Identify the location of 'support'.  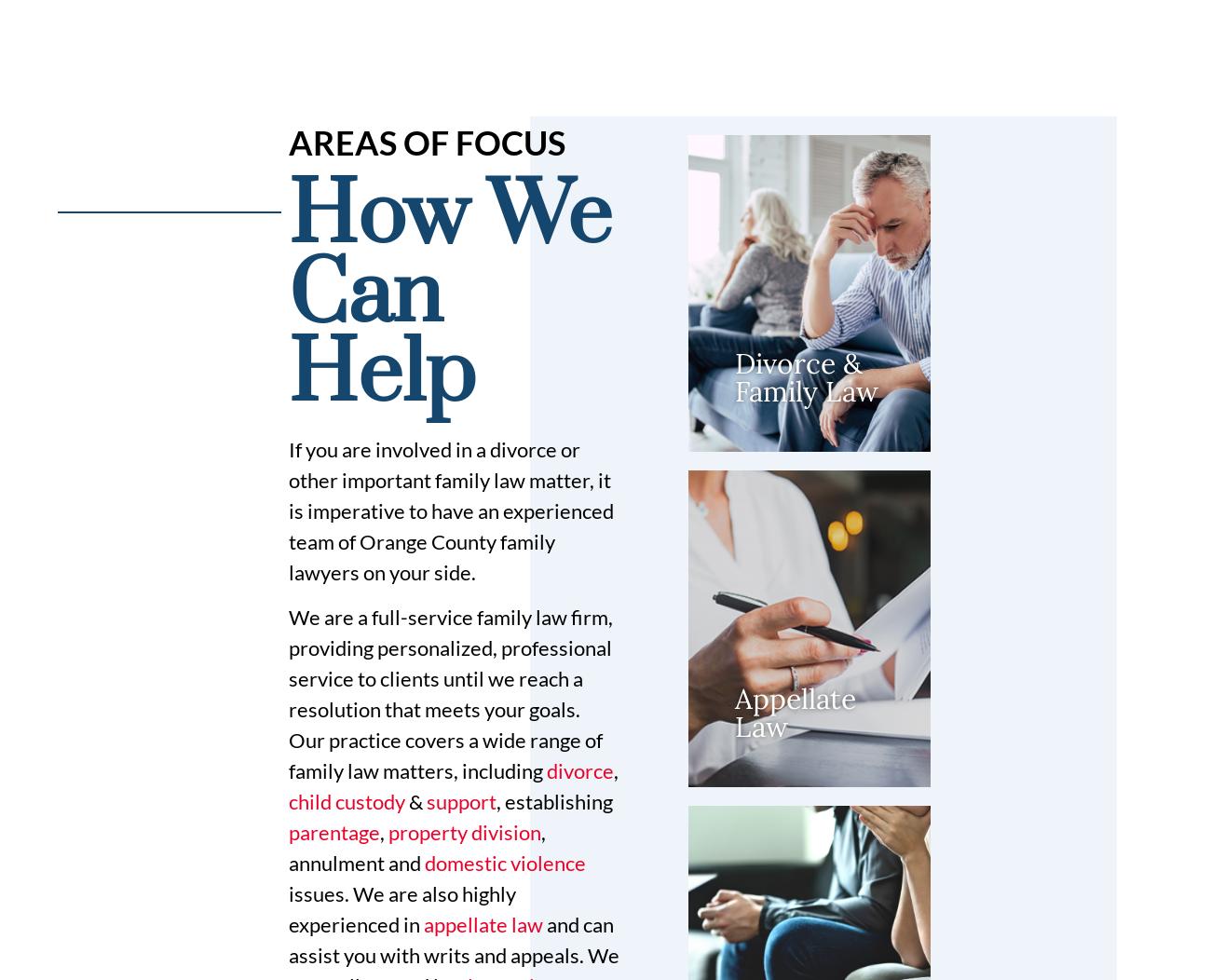
(425, 799).